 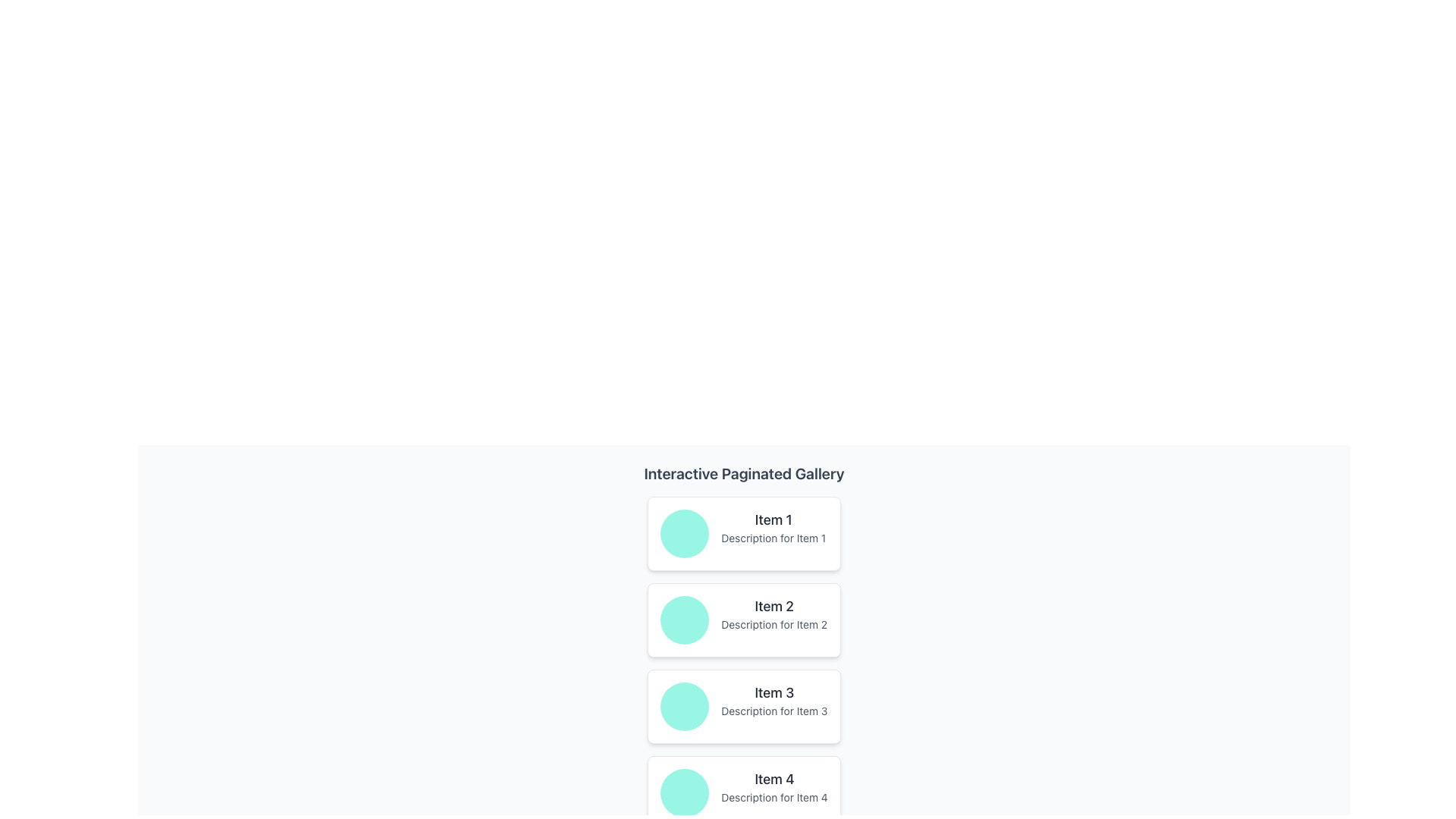 What do you see at coordinates (774, 797) in the screenshot?
I see `the static text label reading 'Description for Item 4' located beneath the title 'Item 4' within its card` at bounding box center [774, 797].